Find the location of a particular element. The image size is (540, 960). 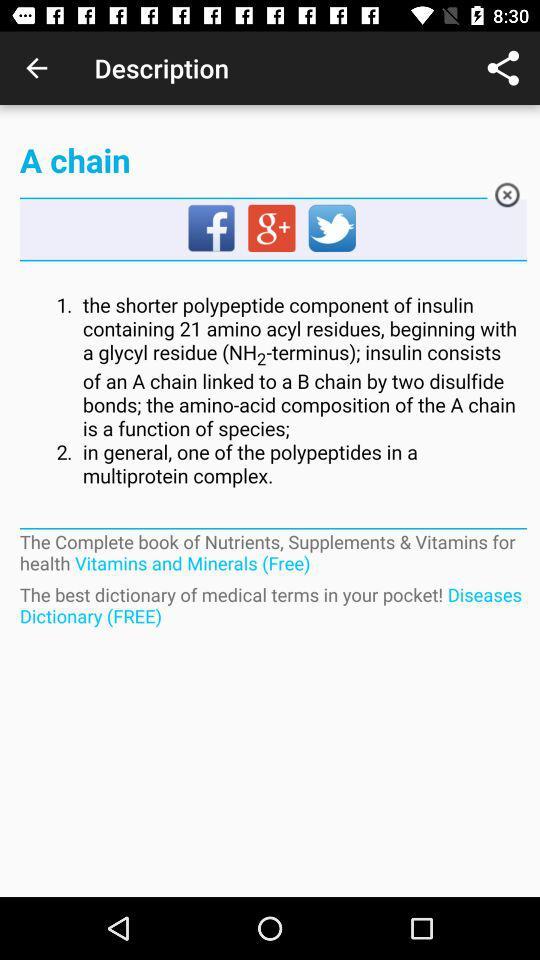

google plus link is located at coordinates (272, 229).